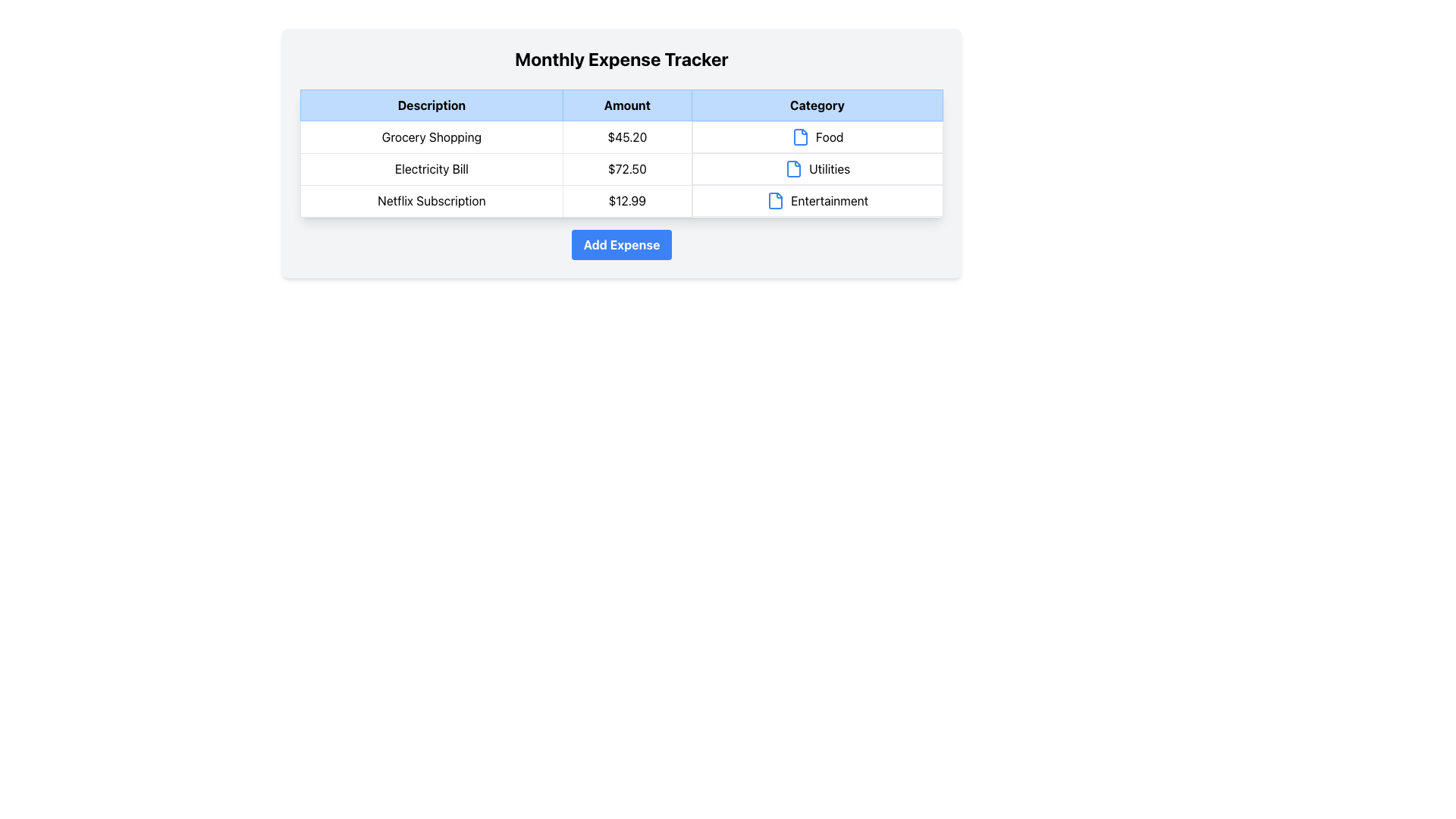 This screenshot has width=1456, height=819. I want to click on the Text label displaying 'Electricity Bill' in the financial tracking table, which is located in the second row under the 'Description' column, so click(431, 169).